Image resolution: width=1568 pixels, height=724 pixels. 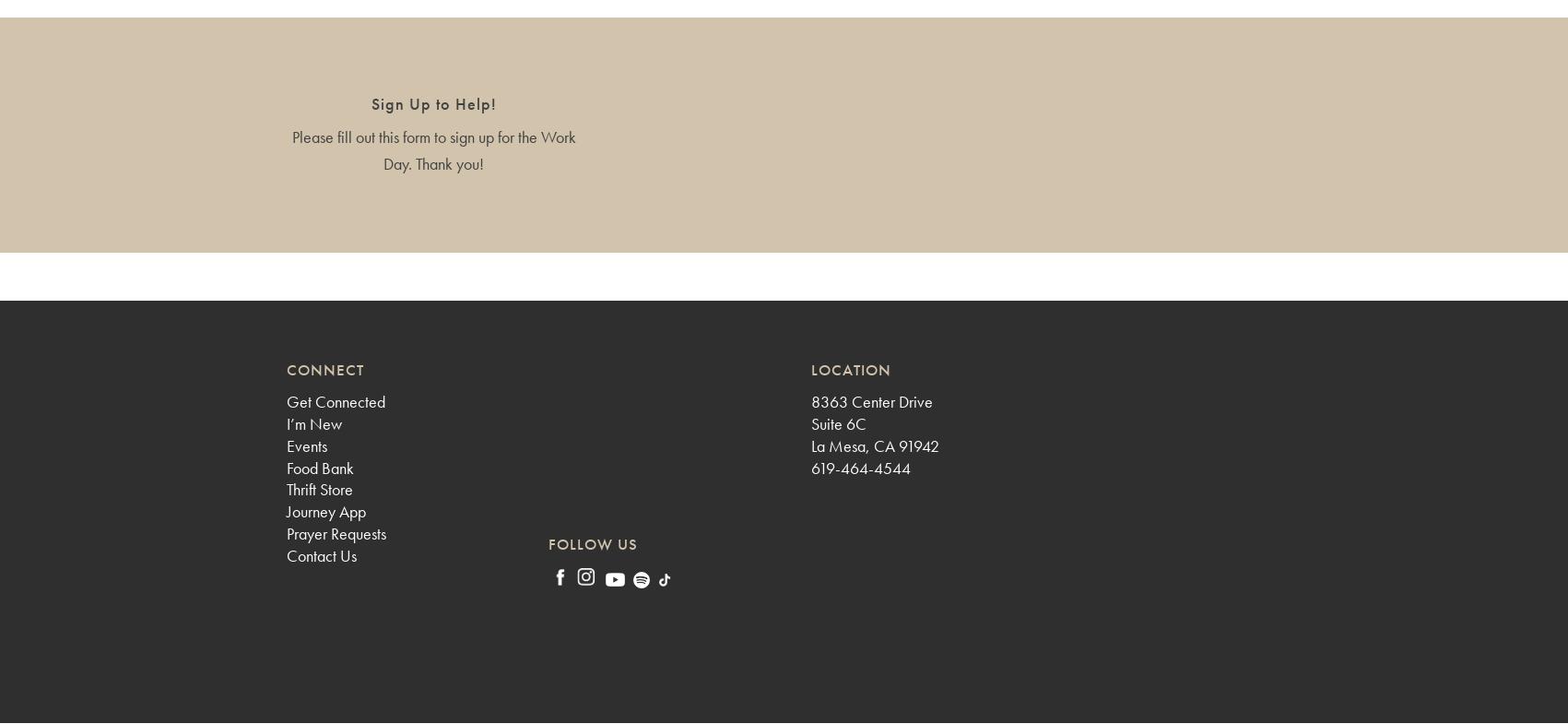 What do you see at coordinates (431, 148) in the screenshot?
I see `'Please fill out this form to sign up for the Work Day. Thank you!'` at bounding box center [431, 148].